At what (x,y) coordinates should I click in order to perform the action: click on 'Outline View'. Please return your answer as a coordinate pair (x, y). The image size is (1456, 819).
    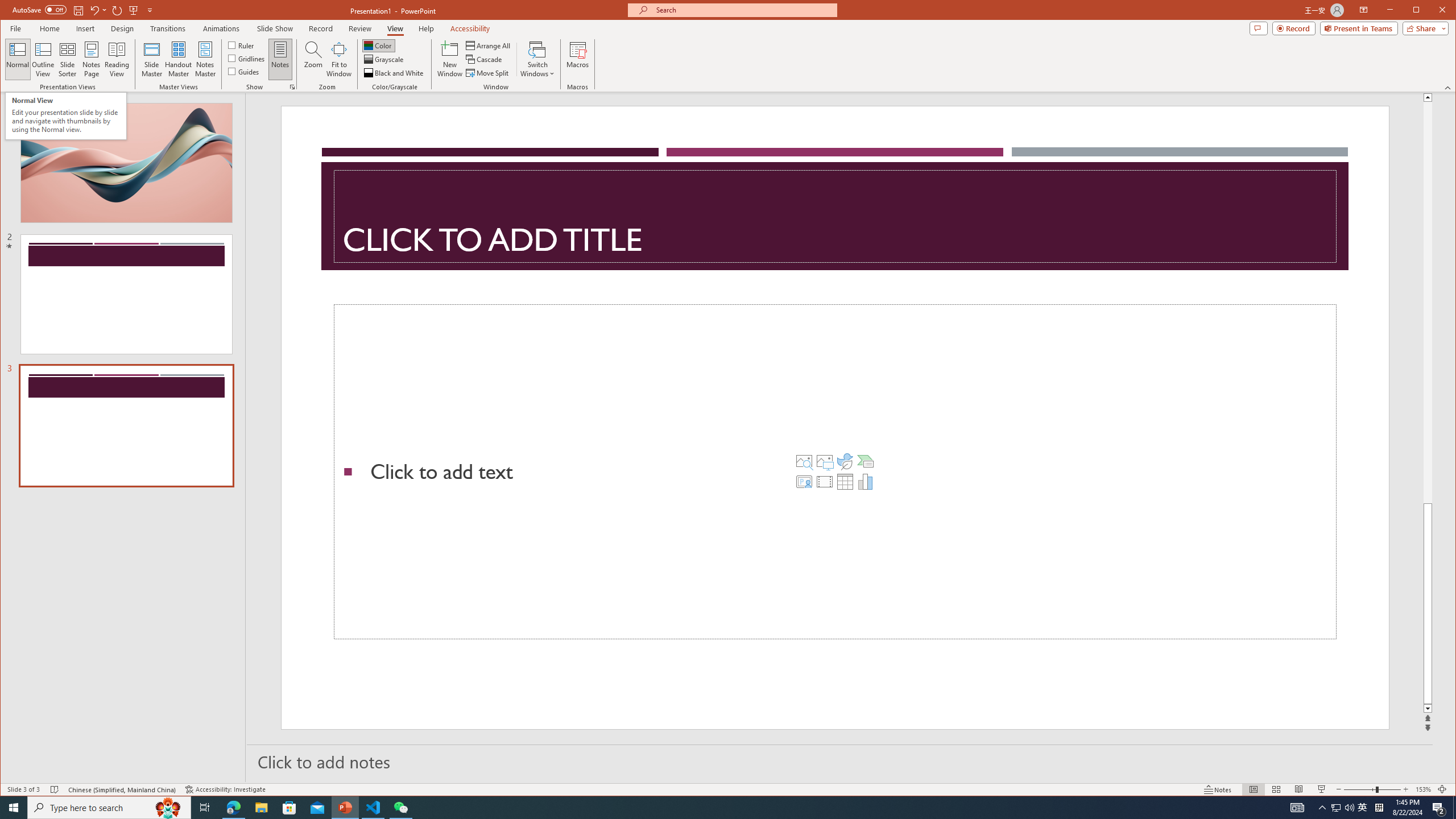
    Looking at the image, I should click on (42, 59).